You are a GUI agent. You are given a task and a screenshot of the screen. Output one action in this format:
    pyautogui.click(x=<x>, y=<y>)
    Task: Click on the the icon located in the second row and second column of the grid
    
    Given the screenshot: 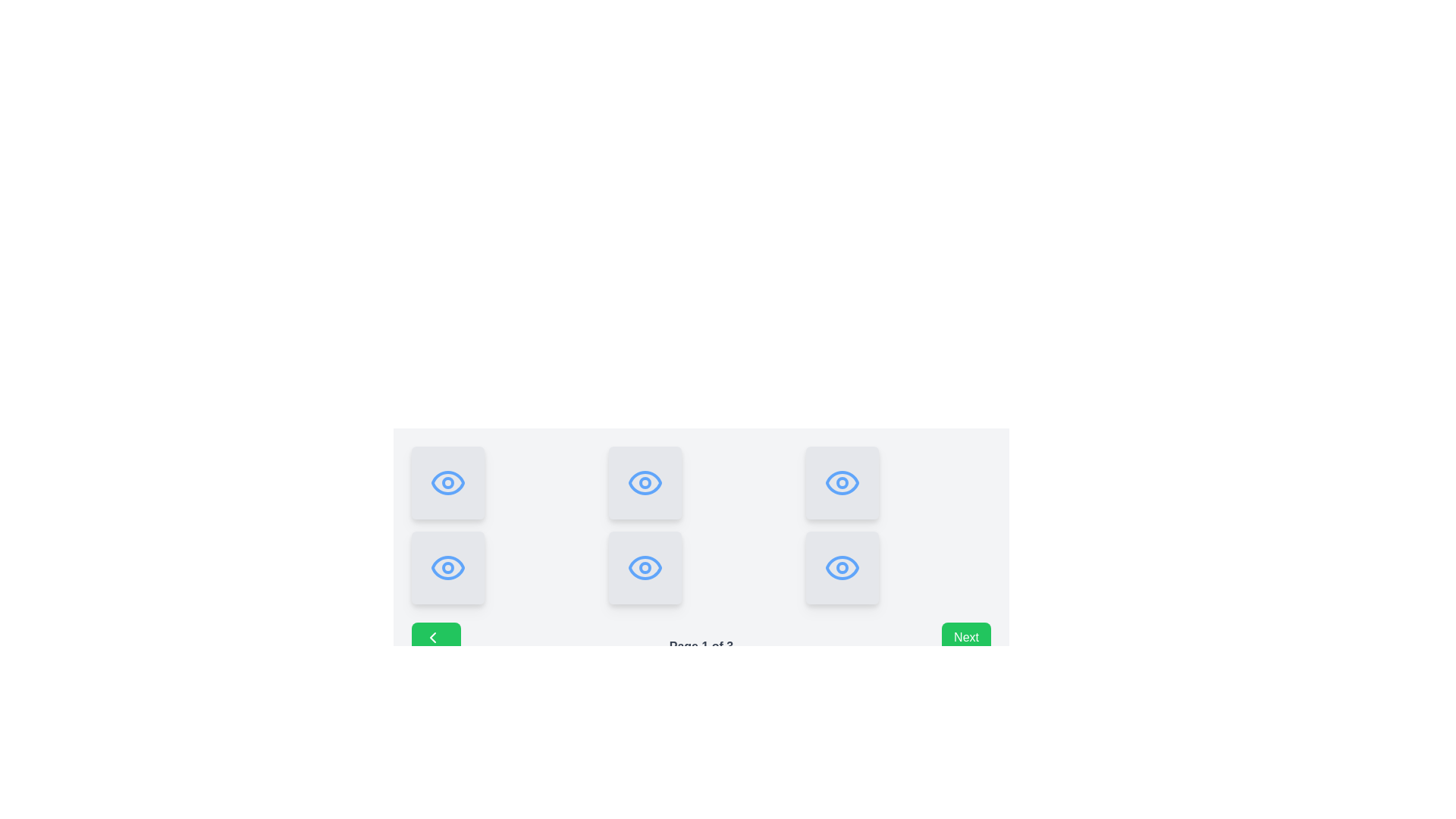 What is the action you would take?
    pyautogui.click(x=645, y=482)
    